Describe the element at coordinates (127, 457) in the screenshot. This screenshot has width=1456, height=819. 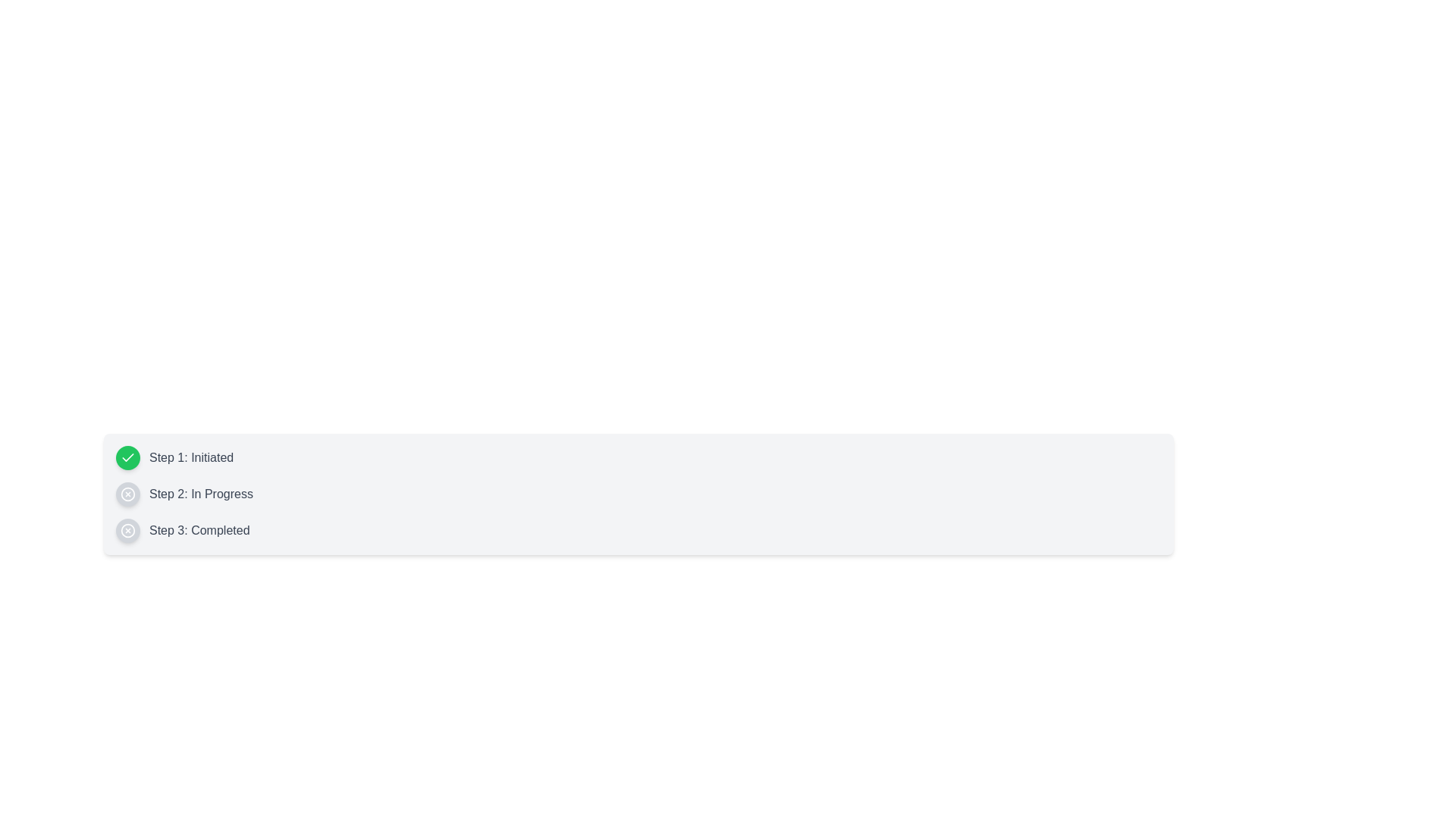
I see `the Button-like indicator that signifies the completion of the first step in the process, located to the left of the text 'Step 1: Initiated'` at that location.